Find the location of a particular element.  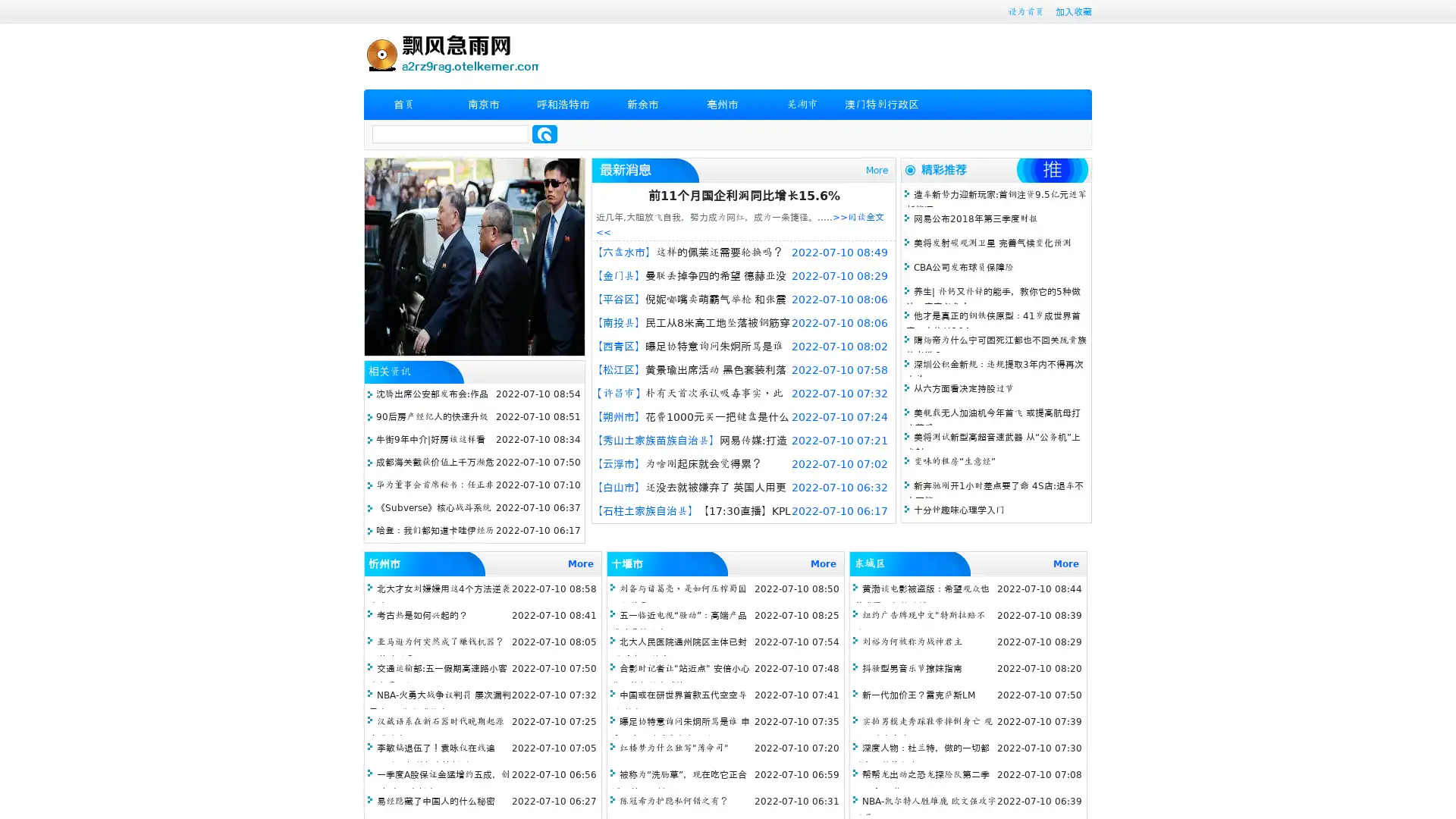

Search is located at coordinates (544, 133).